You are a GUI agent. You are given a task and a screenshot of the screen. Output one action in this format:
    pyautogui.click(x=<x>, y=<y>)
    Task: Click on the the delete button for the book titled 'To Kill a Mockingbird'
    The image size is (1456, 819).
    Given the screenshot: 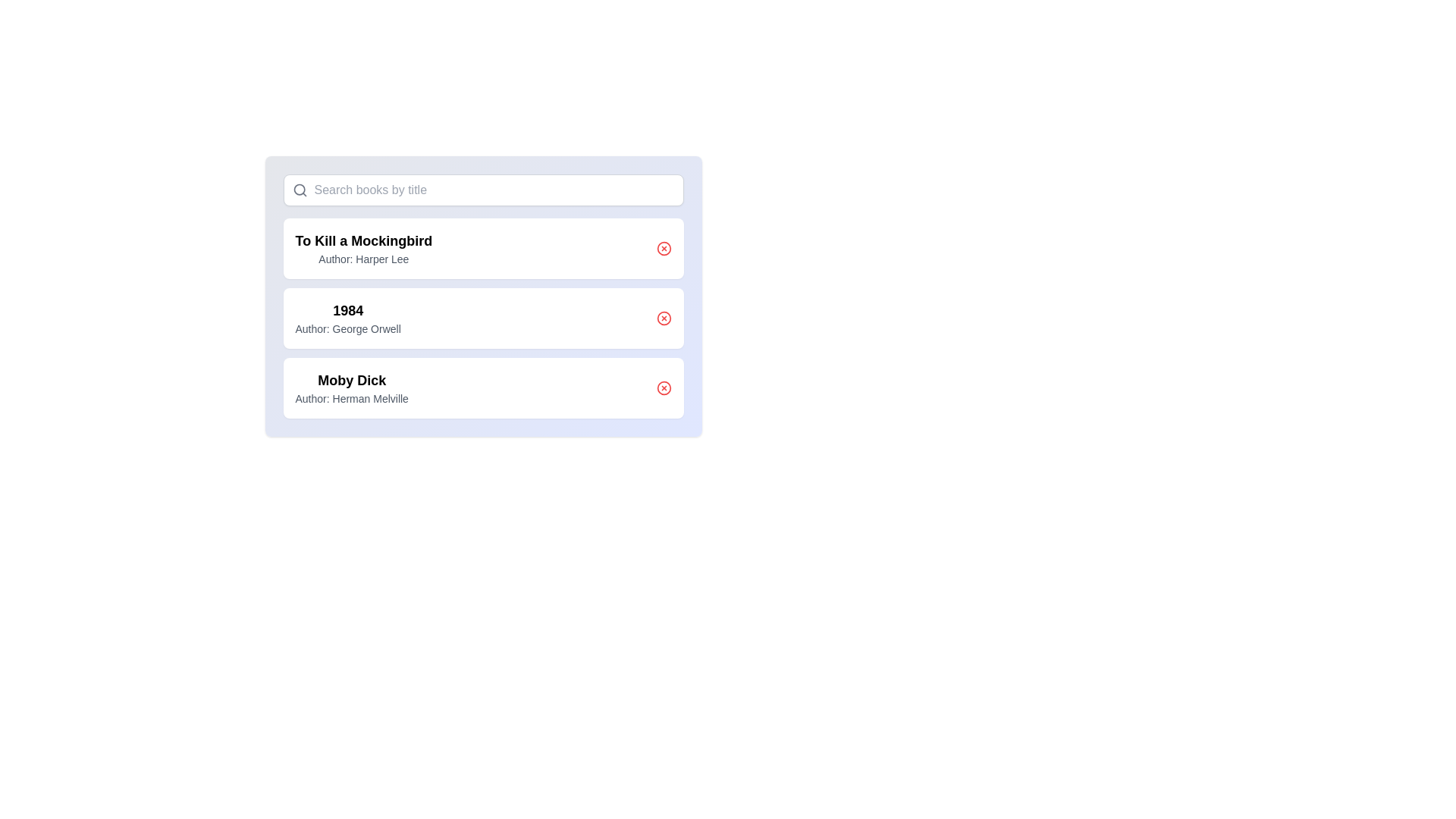 What is the action you would take?
    pyautogui.click(x=664, y=247)
    